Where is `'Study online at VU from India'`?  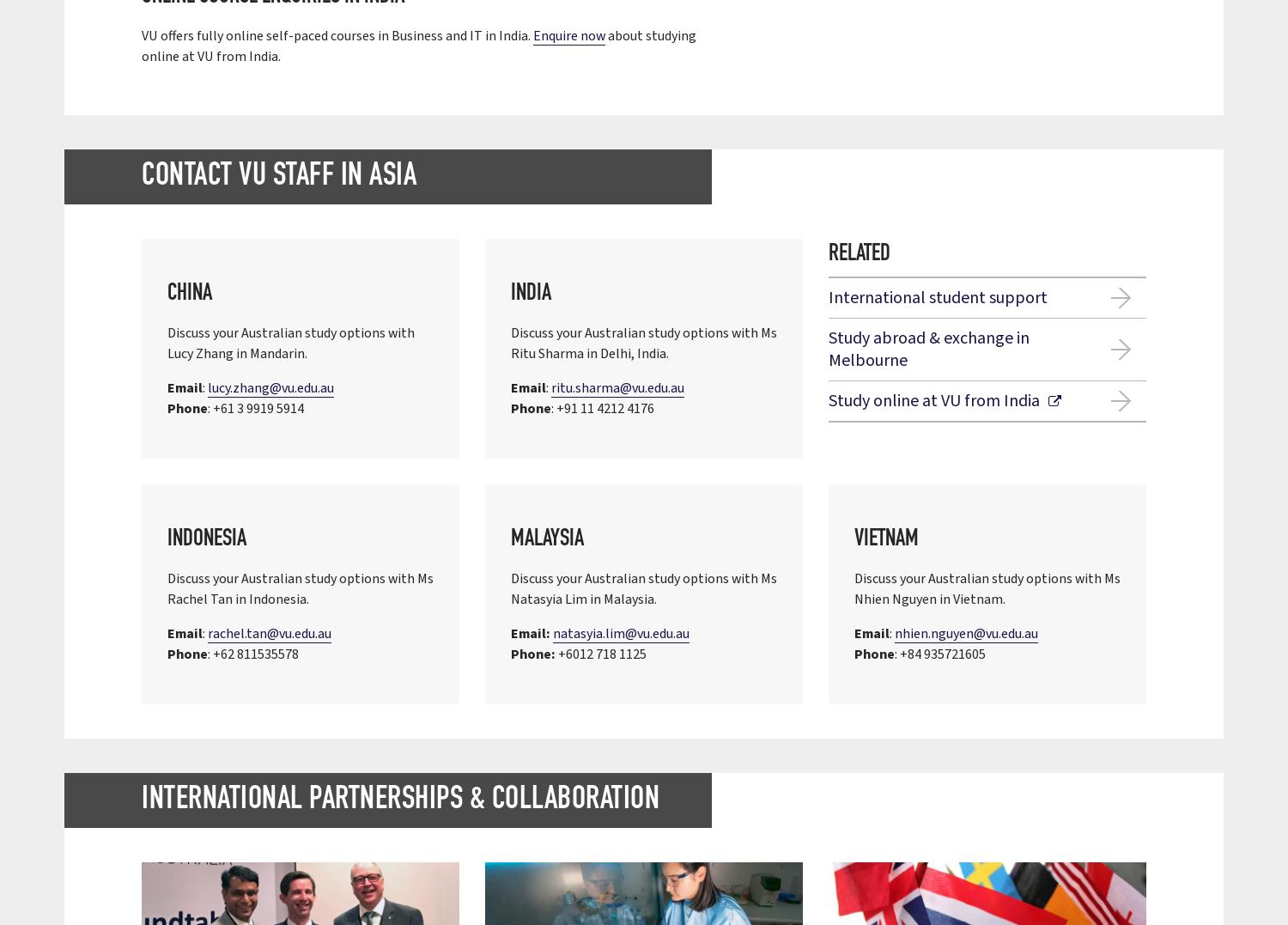 'Study online at VU from India' is located at coordinates (933, 400).